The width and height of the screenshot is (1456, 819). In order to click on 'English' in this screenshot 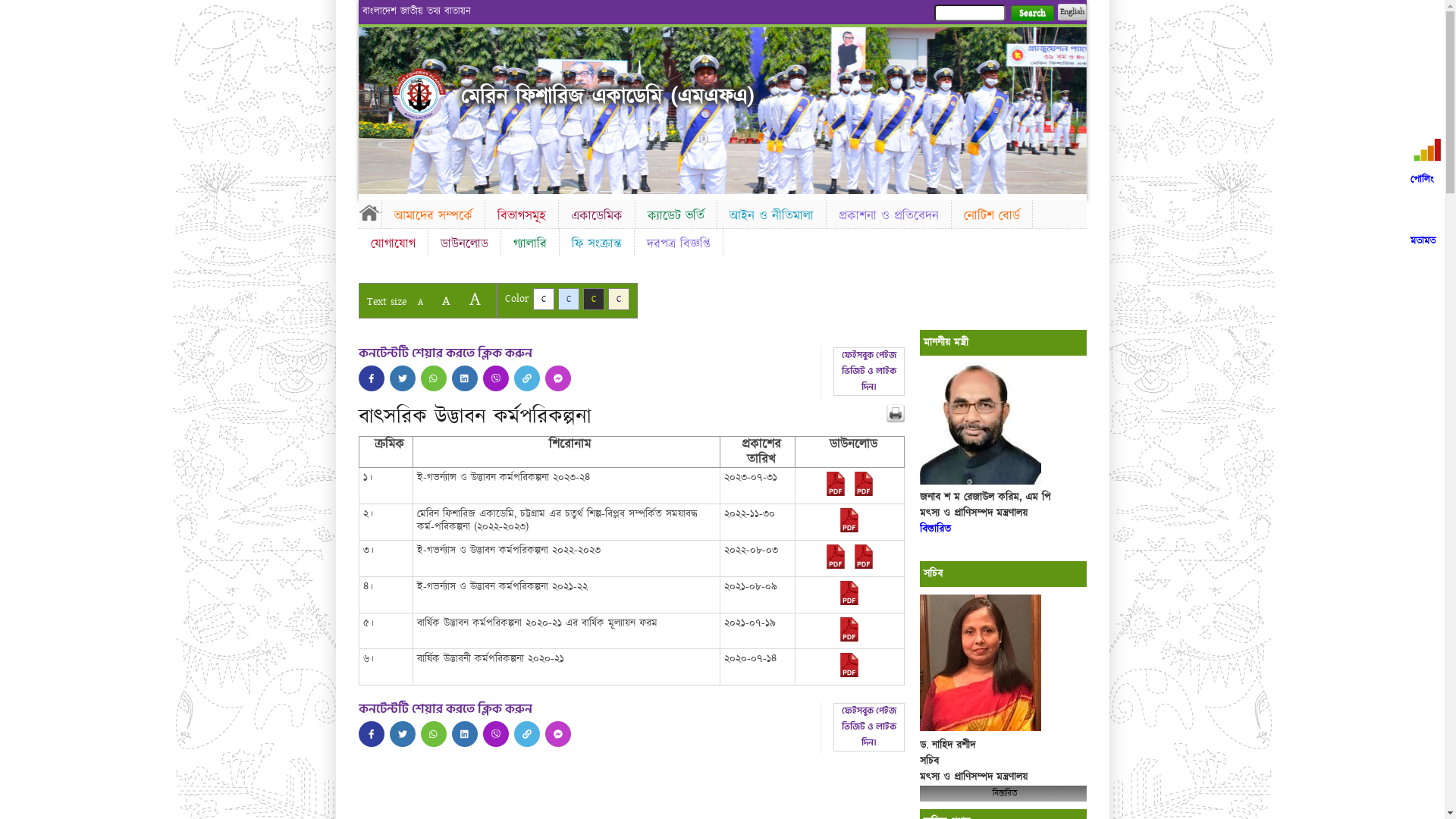, I will do `click(1056, 11)`.